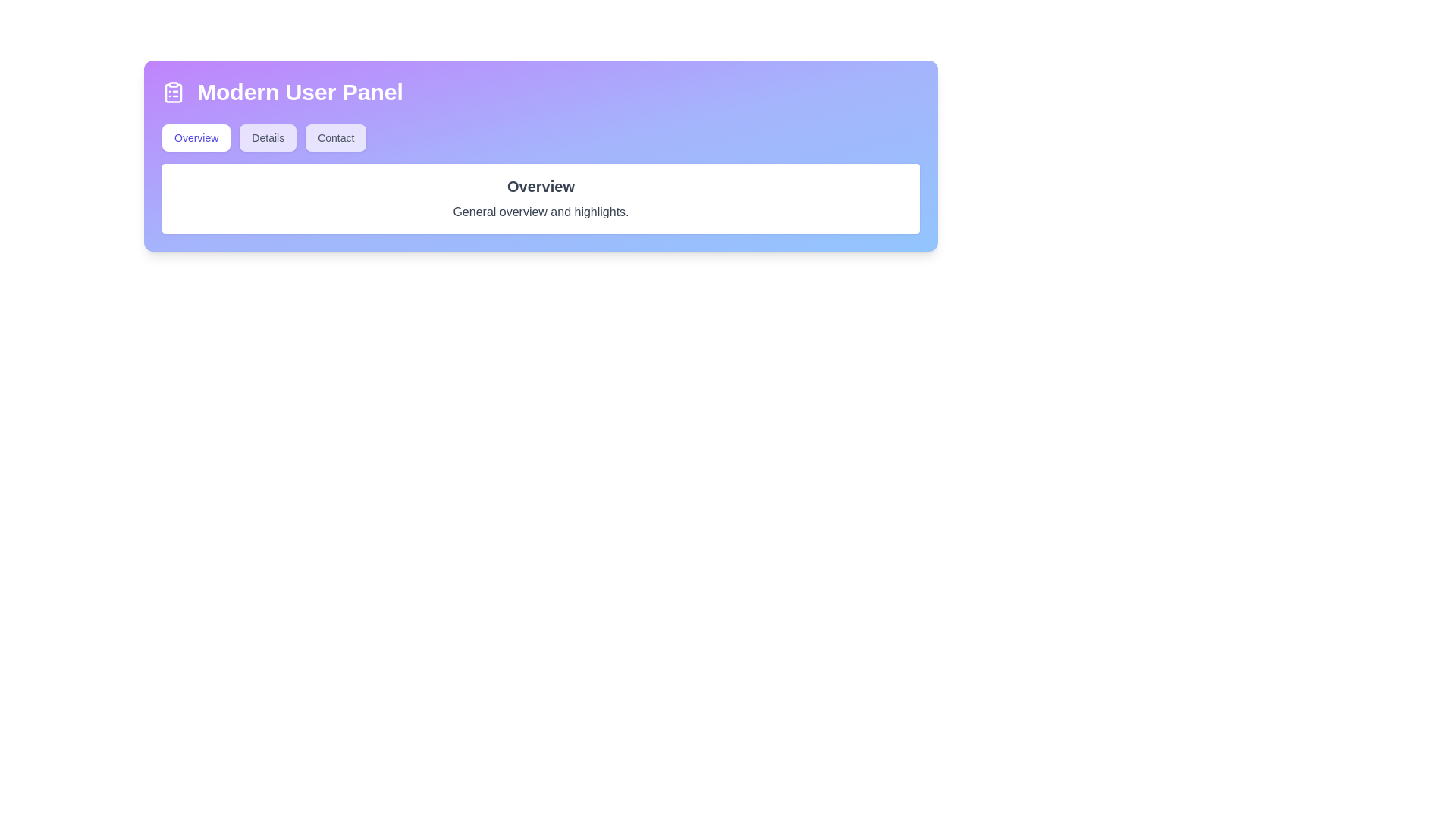  What do you see at coordinates (300, 93) in the screenshot?
I see `text content of the heading element that displays 'Modern User Panel', which is styled in bold white font against a purple background` at bounding box center [300, 93].